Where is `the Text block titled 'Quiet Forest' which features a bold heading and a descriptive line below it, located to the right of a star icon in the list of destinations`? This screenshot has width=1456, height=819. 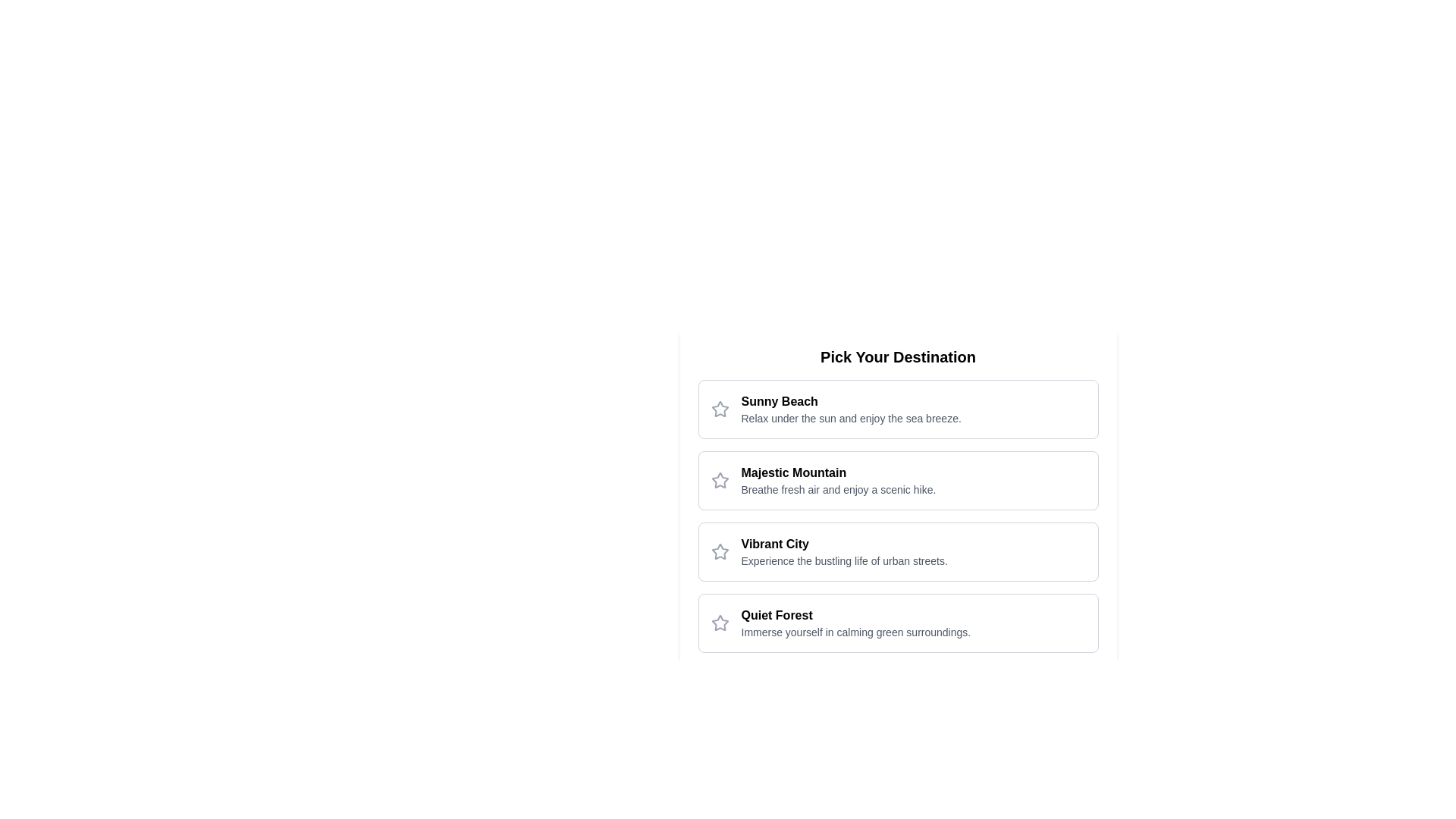
the Text block titled 'Quiet Forest' which features a bold heading and a descriptive line below it, located to the right of a star icon in the list of destinations is located at coordinates (855, 623).